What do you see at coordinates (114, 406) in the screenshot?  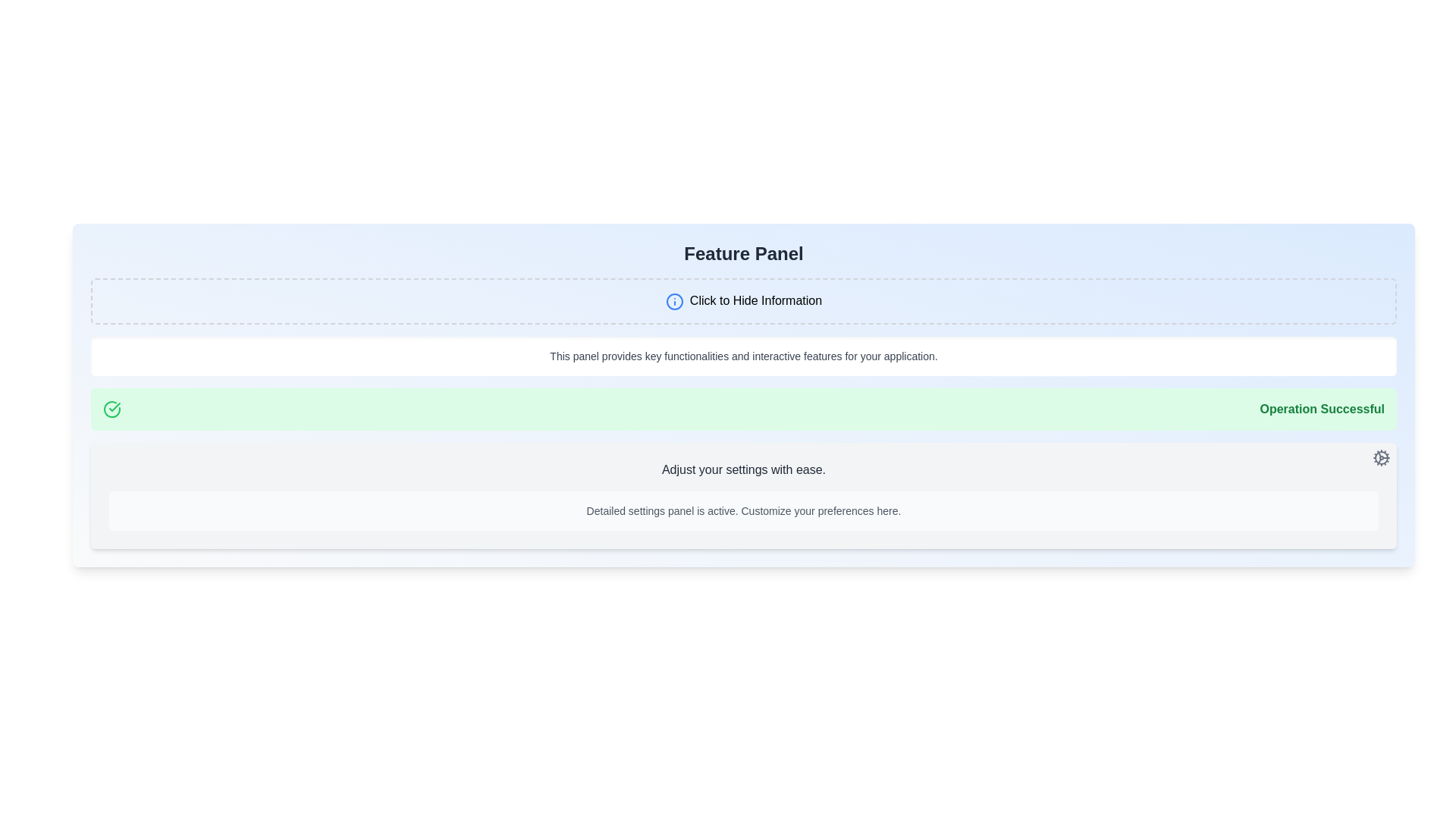 I see `the center of the SVG graphic of a checkmark within a circle, which indicates success, completion, or approval` at bounding box center [114, 406].